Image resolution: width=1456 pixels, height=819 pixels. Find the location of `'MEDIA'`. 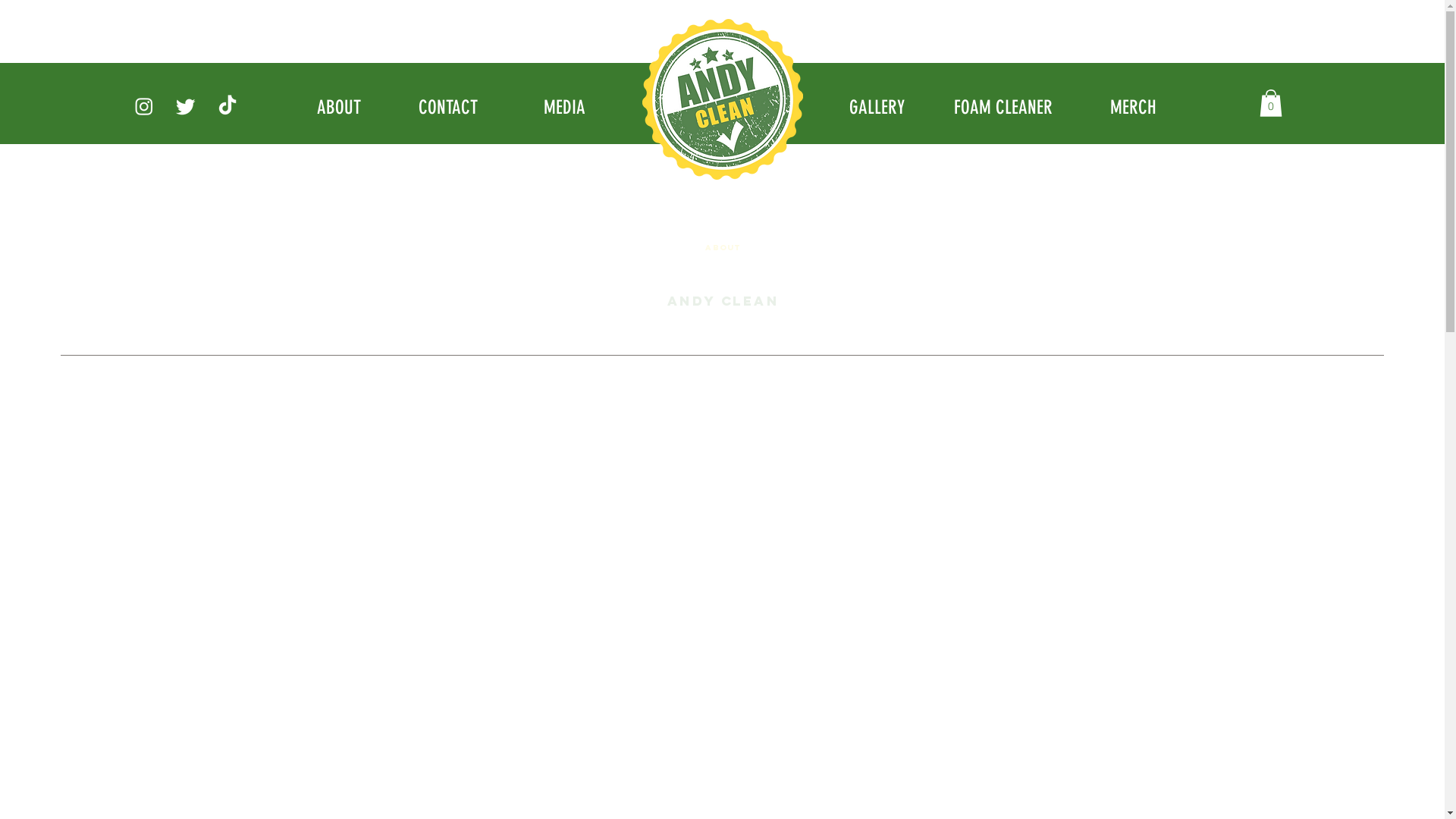

'MEDIA' is located at coordinates (564, 106).